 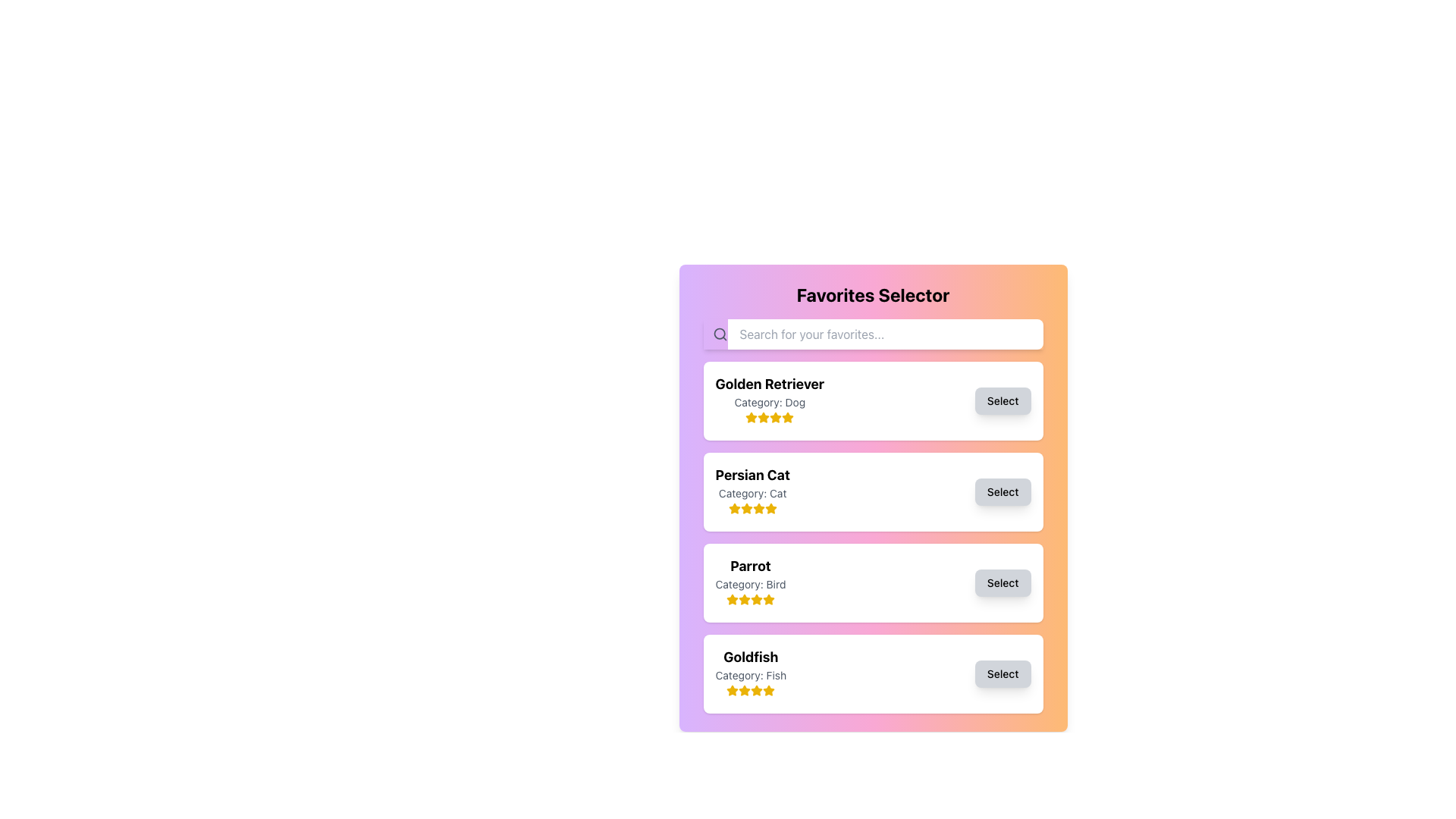 What do you see at coordinates (873, 673) in the screenshot?
I see `the goldfish selection card, which contains a 'Select' button and is the fourth item in a vertical list of cards` at bounding box center [873, 673].